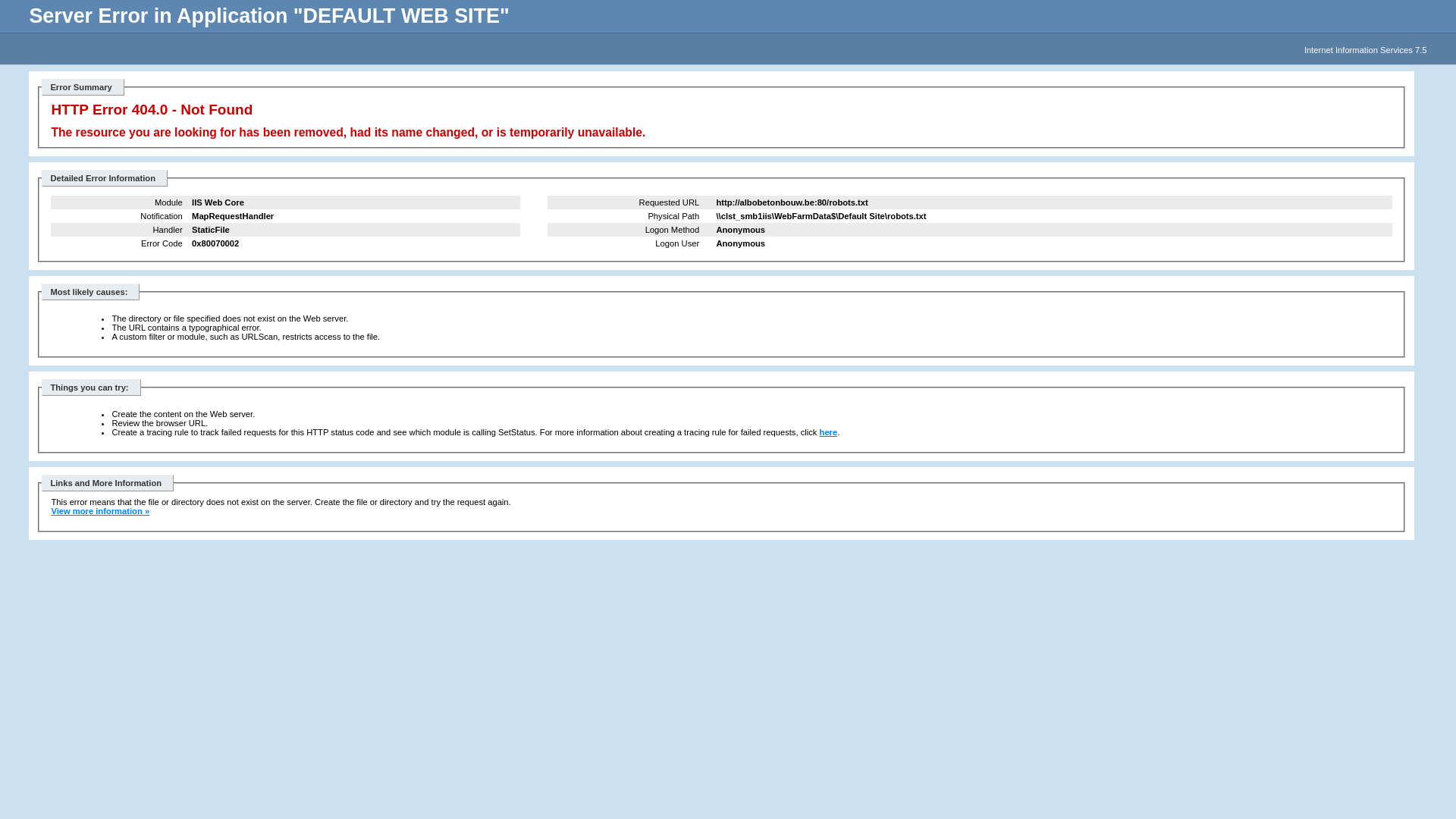 The image size is (1456, 819). I want to click on 'here', so click(818, 432).